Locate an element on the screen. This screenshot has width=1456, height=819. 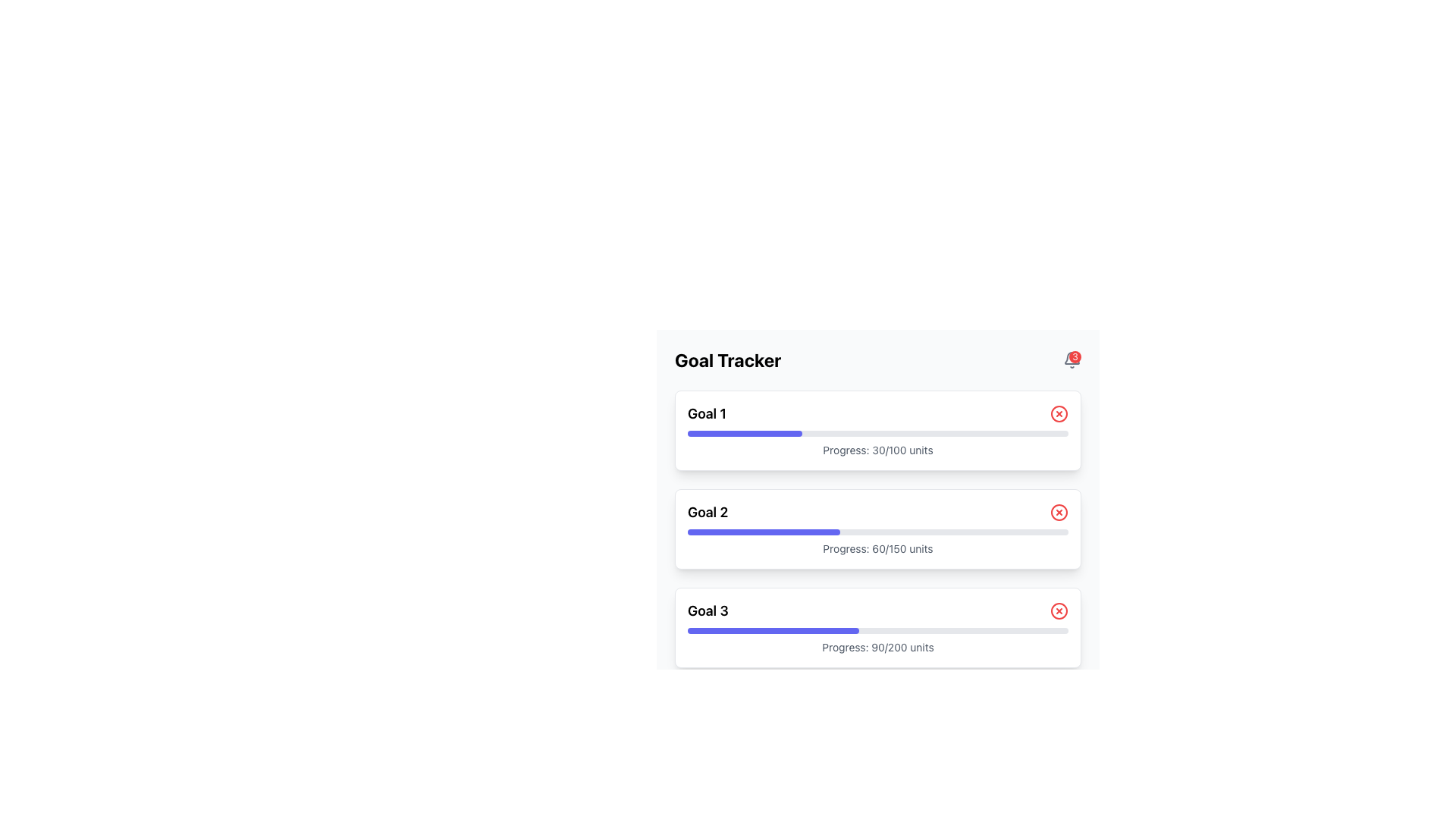
the progress level is located at coordinates (767, 532).